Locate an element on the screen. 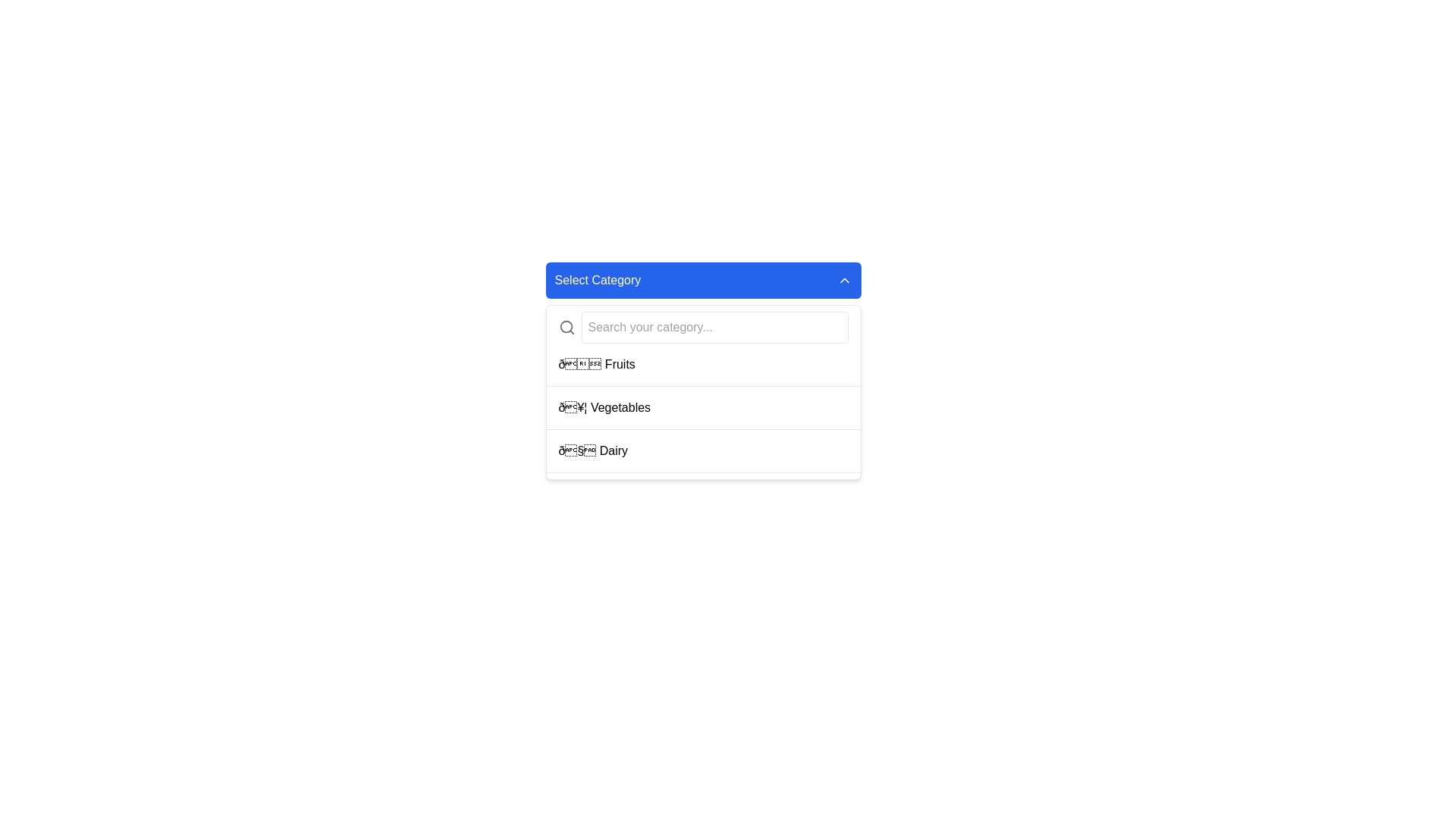 The width and height of the screenshot is (1456, 819). the 'Fruits' dropdown list item is located at coordinates (702, 371).